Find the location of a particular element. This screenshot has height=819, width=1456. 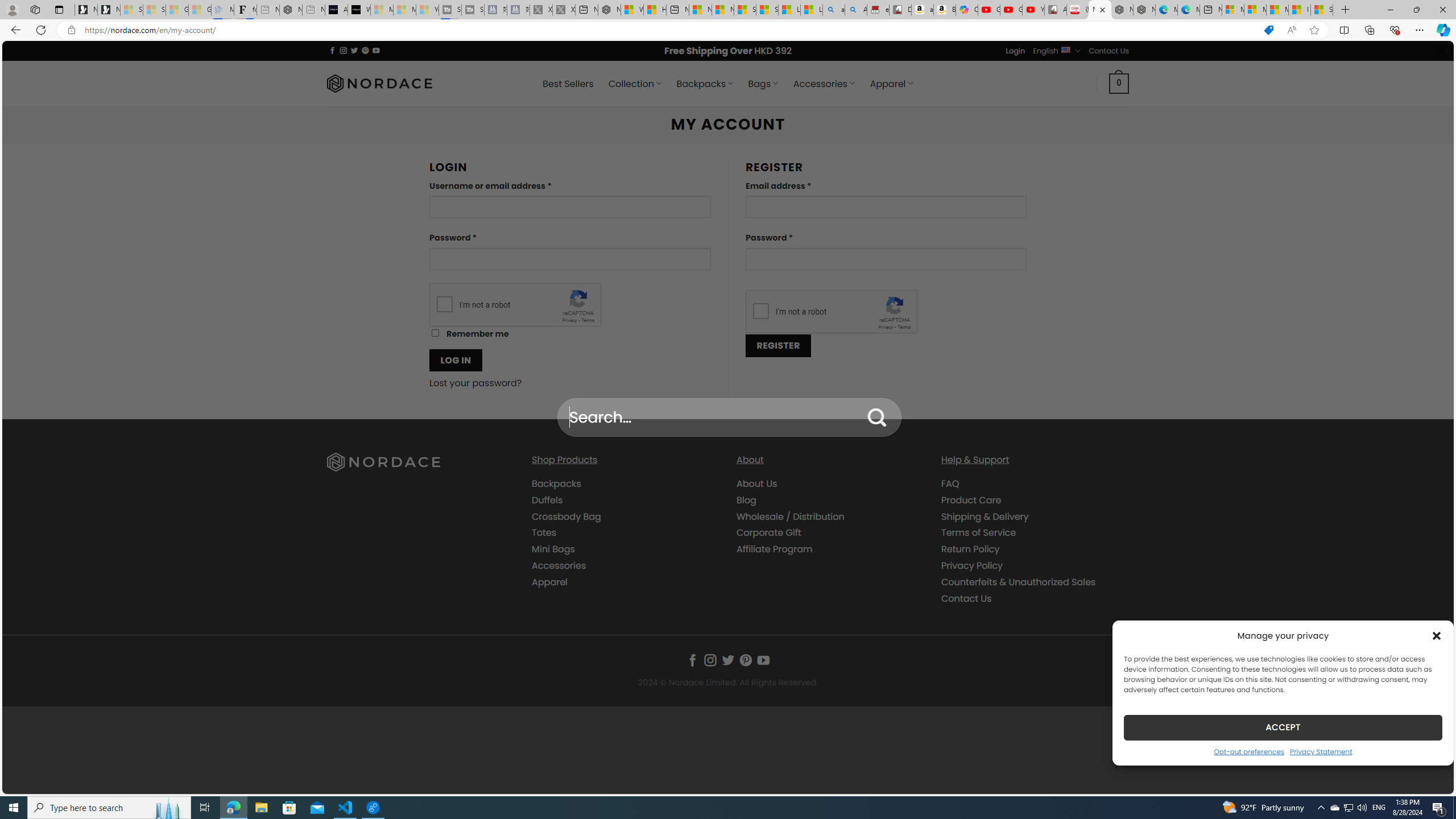

'amazon.in/dp/B0CX59H5W7/?tag=gsmcom05-21' is located at coordinates (923, 9).